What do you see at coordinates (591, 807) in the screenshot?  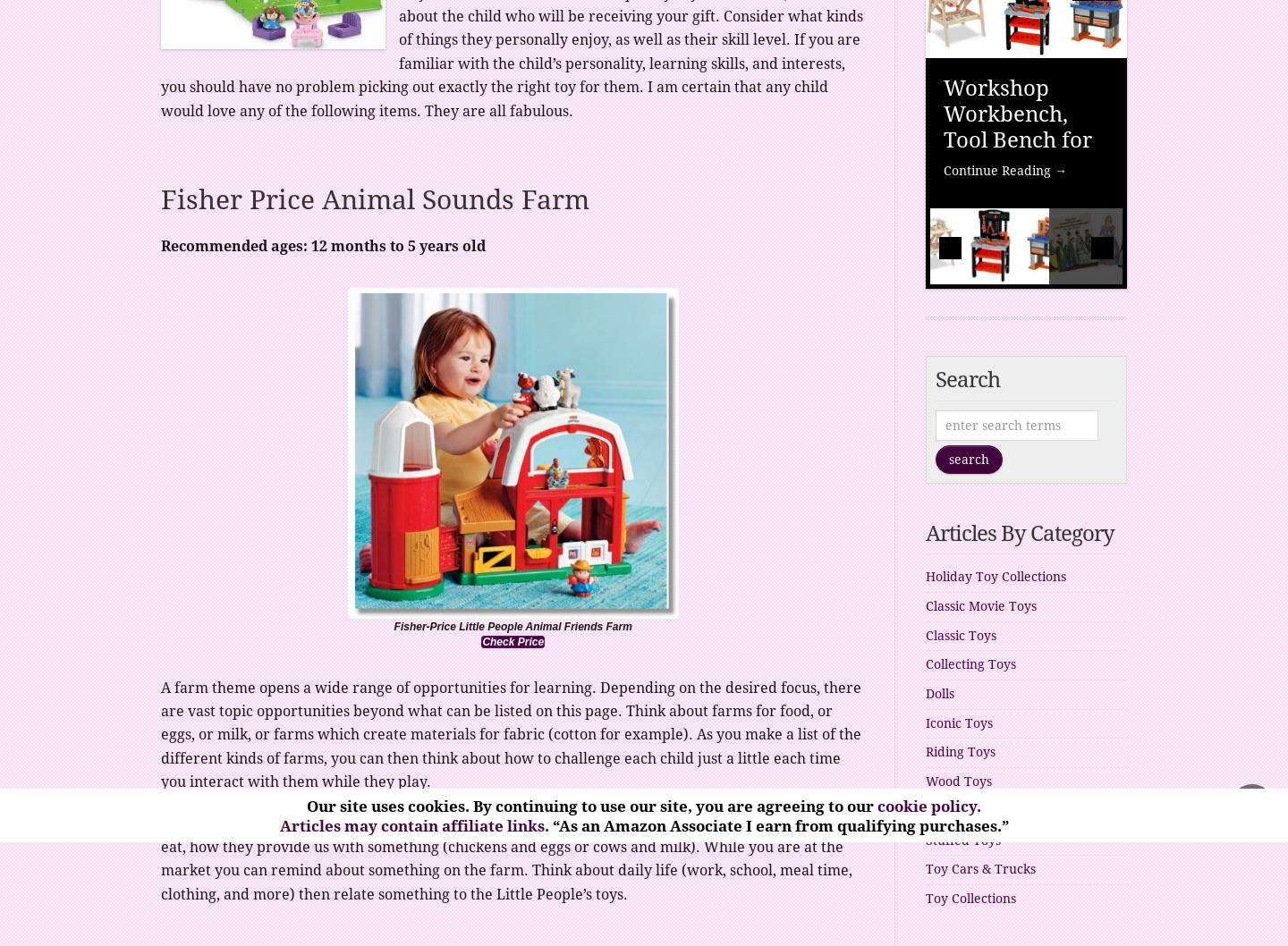 I see `'Our site uses cookies. By continuing to use our site, you are agreeing to our'` at bounding box center [591, 807].